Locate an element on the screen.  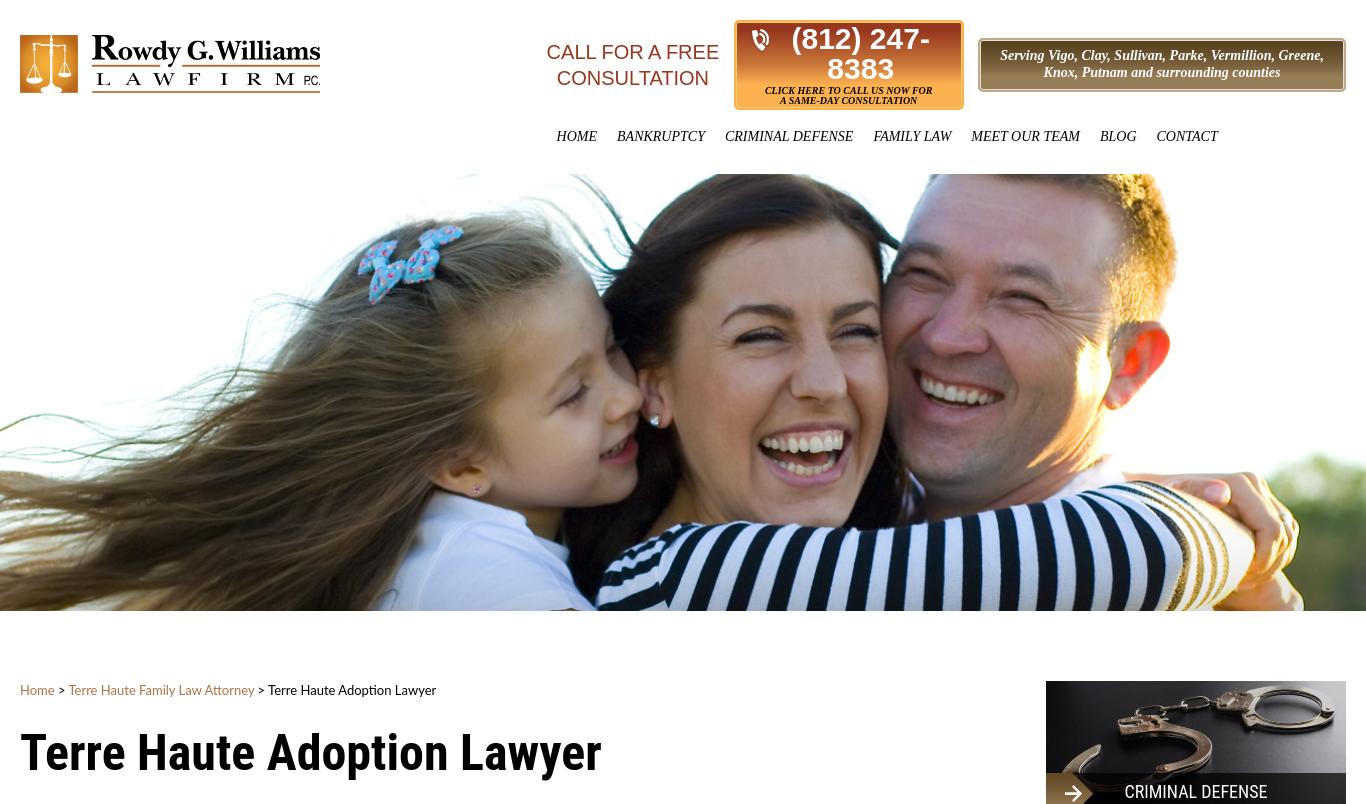
'A Same-Day Consultation' is located at coordinates (847, 99).